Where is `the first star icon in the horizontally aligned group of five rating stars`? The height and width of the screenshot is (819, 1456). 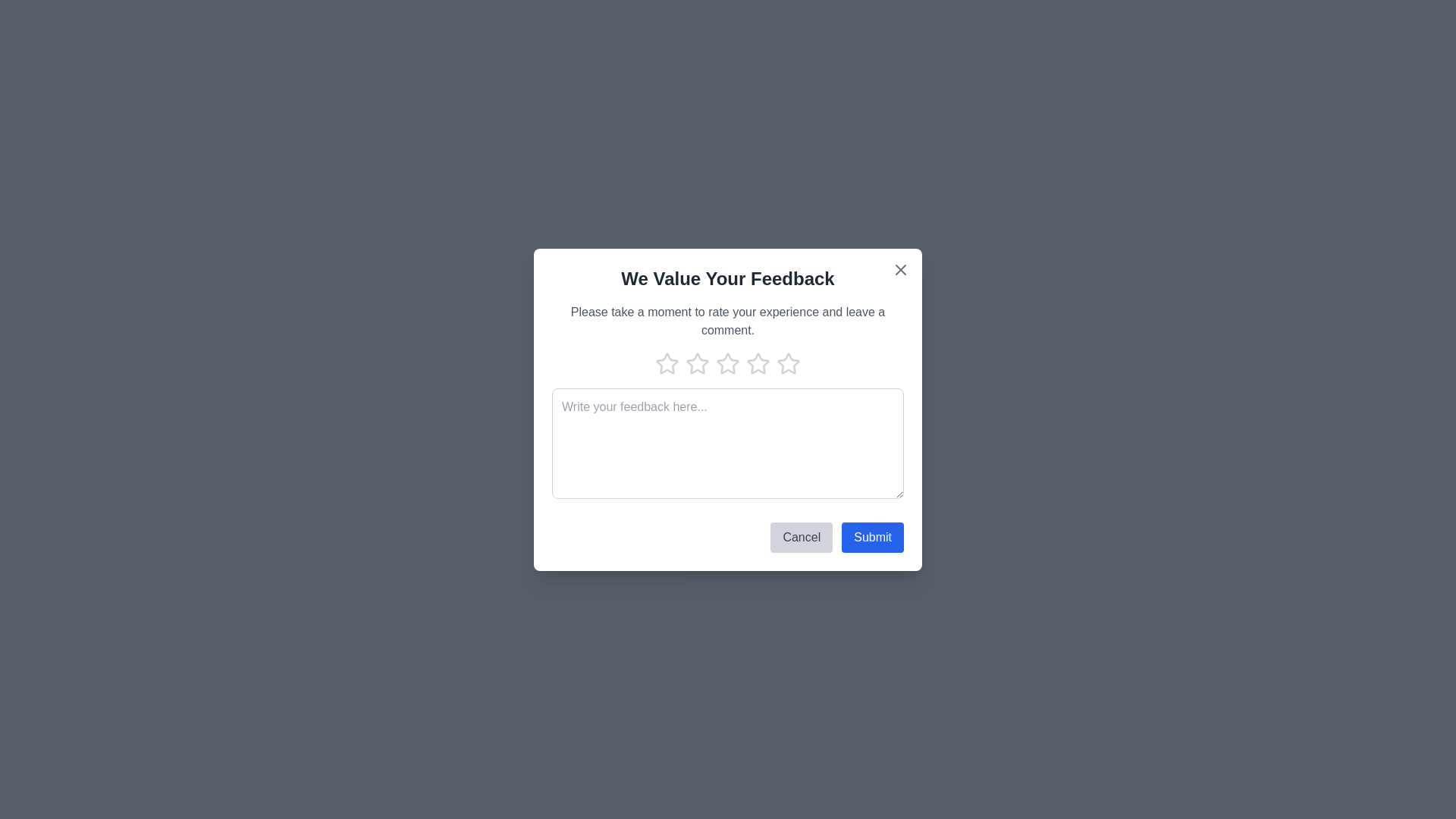
the first star icon in the horizontally aligned group of five rating stars is located at coordinates (667, 363).